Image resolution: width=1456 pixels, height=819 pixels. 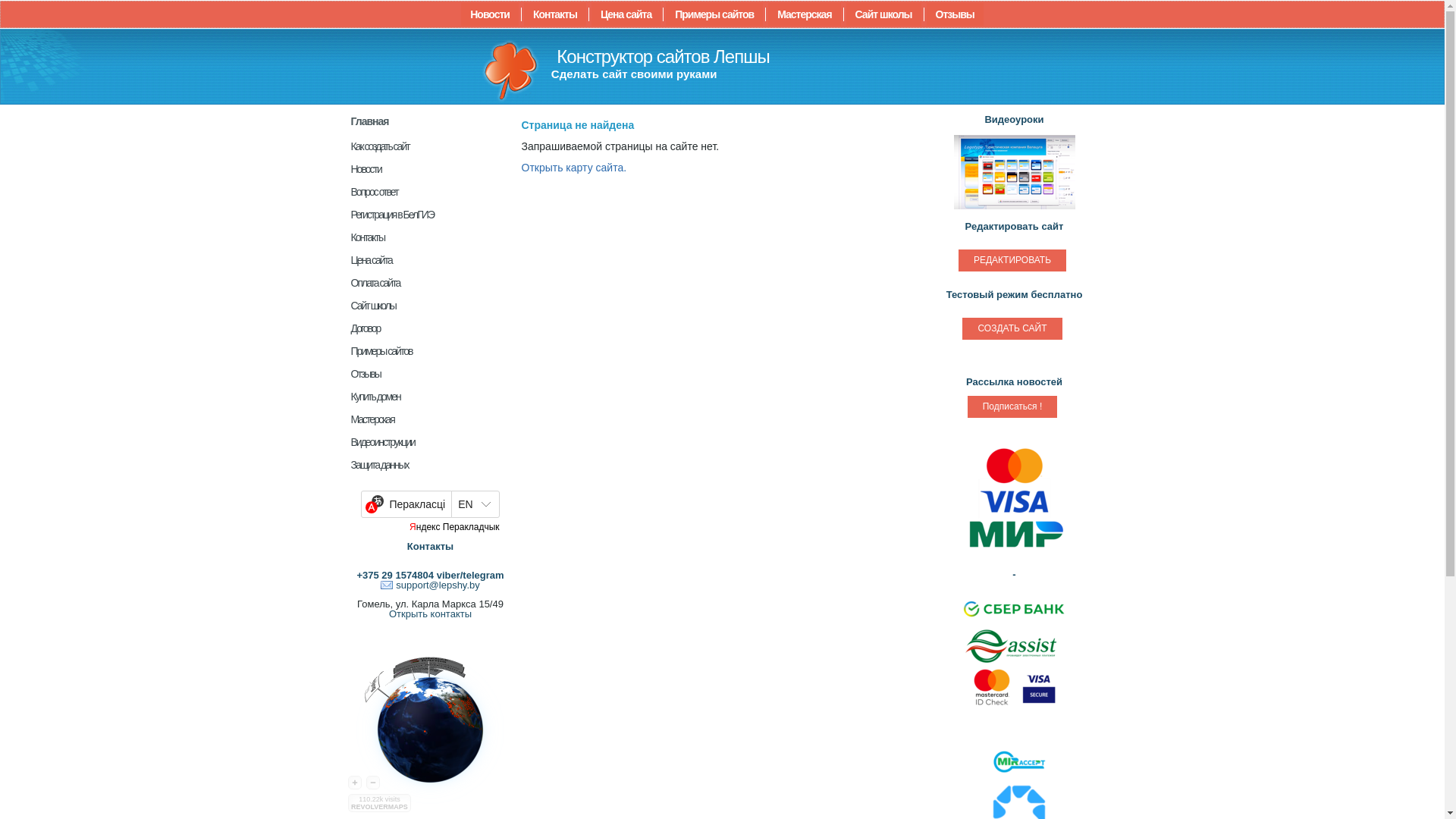 What do you see at coordinates (428, 575) in the screenshot?
I see `'+375 29 1574804 viber/telegram'` at bounding box center [428, 575].